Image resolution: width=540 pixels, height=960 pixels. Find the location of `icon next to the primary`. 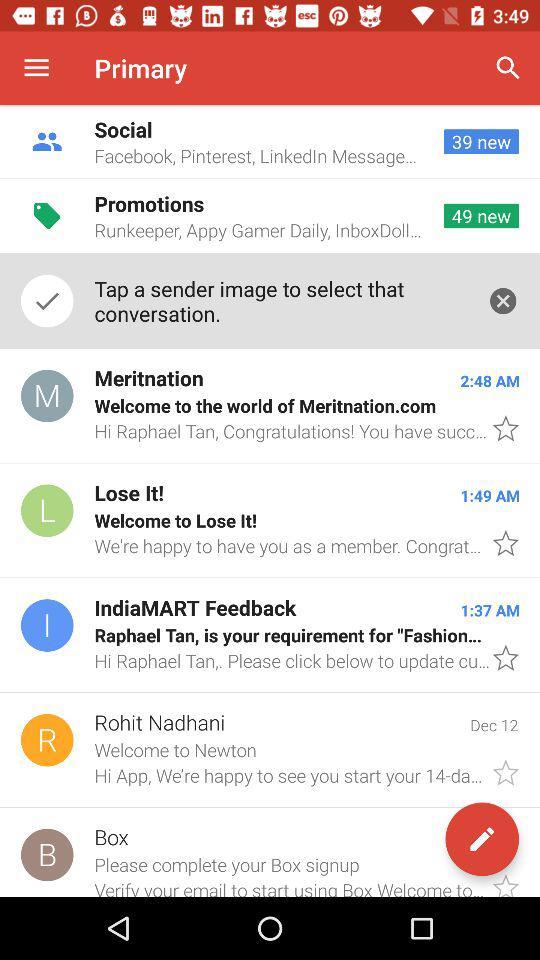

icon next to the primary is located at coordinates (36, 68).